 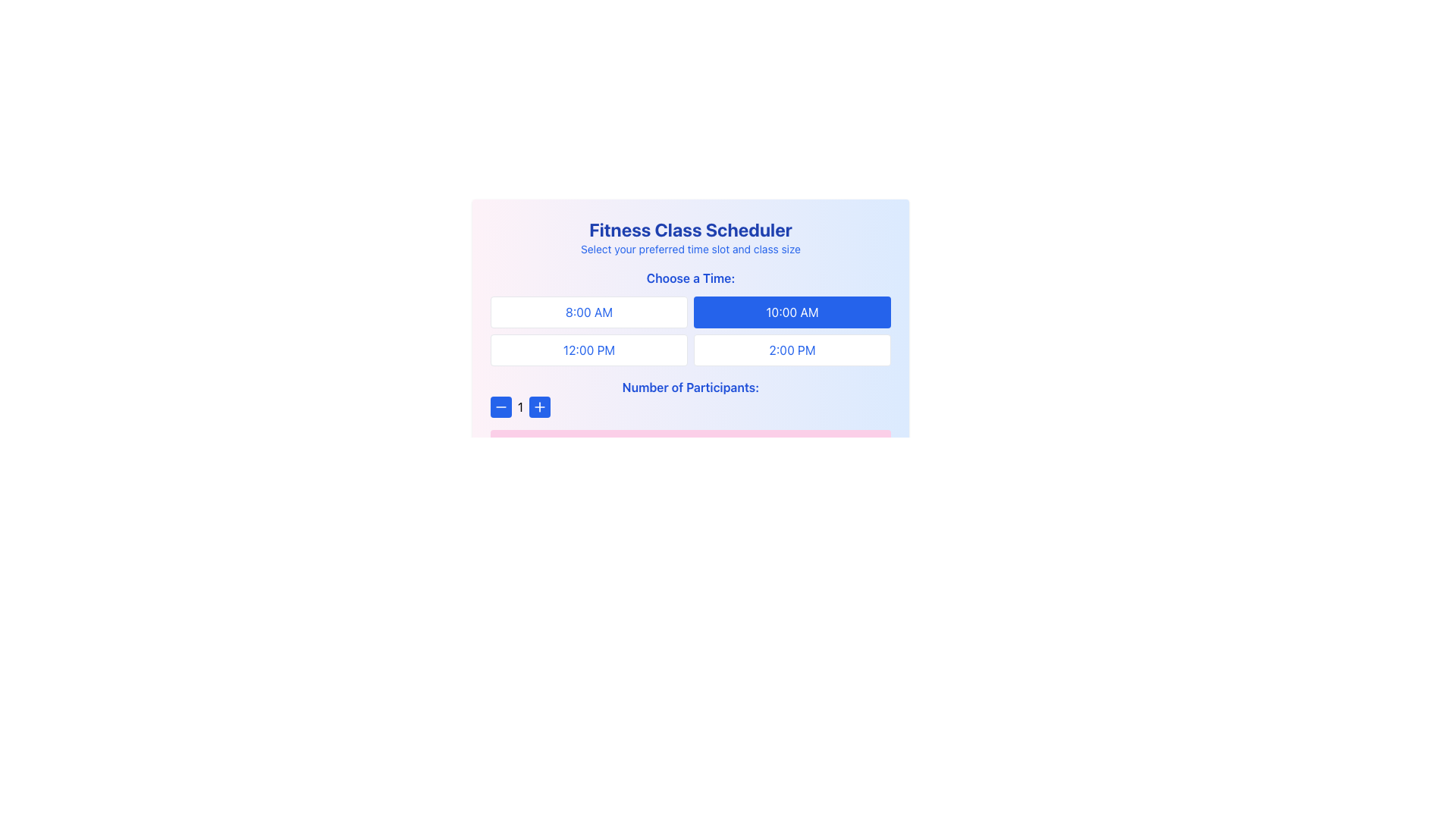 What do you see at coordinates (690, 386) in the screenshot?
I see `the text label 'Number of Participants:' which is displayed in bold and blue font, located near the bottom of the form above the controls for adjusting the number of participants` at bounding box center [690, 386].